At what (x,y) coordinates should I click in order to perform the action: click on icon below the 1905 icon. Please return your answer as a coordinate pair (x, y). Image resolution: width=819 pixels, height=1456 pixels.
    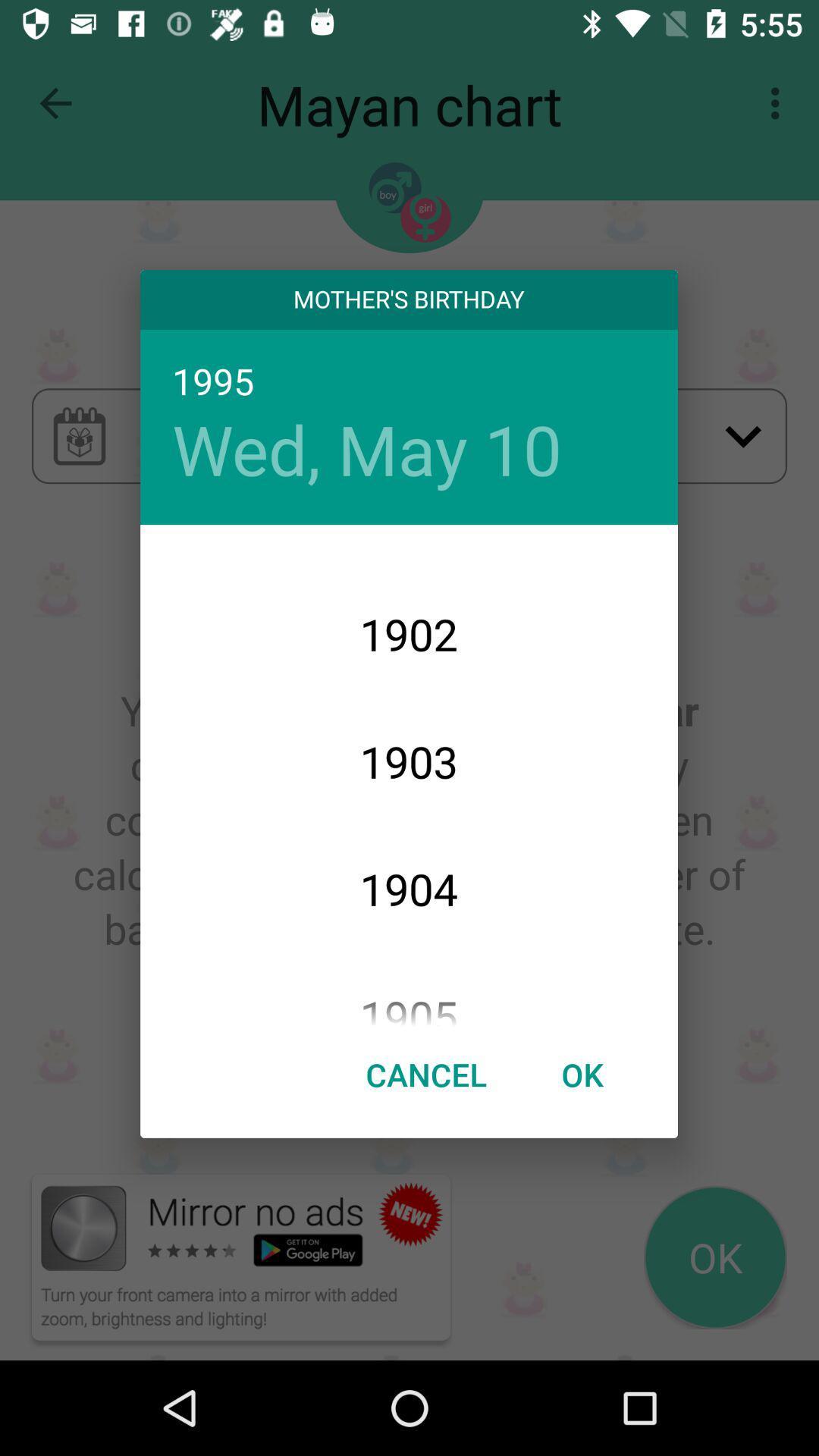
    Looking at the image, I should click on (426, 1073).